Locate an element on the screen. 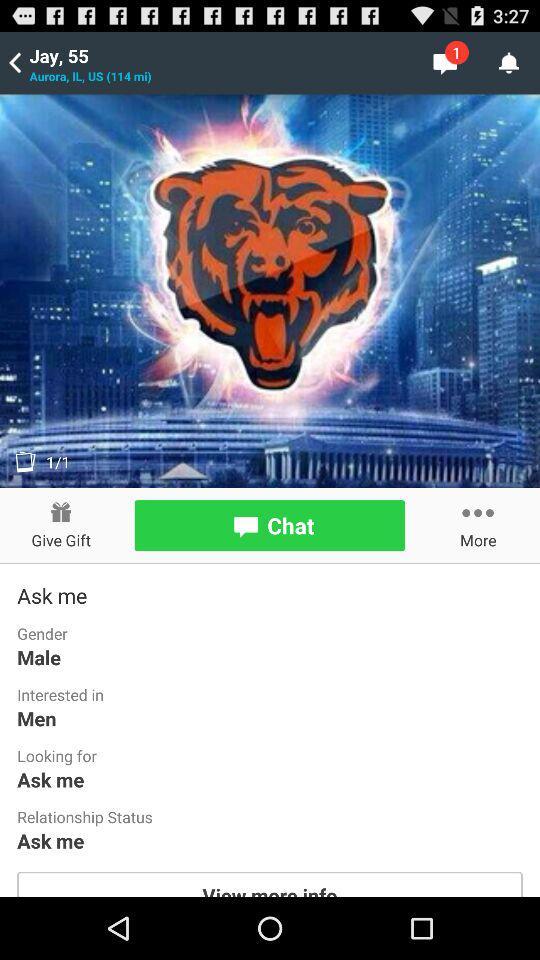 The width and height of the screenshot is (540, 960). the chat bar is located at coordinates (269, 524).